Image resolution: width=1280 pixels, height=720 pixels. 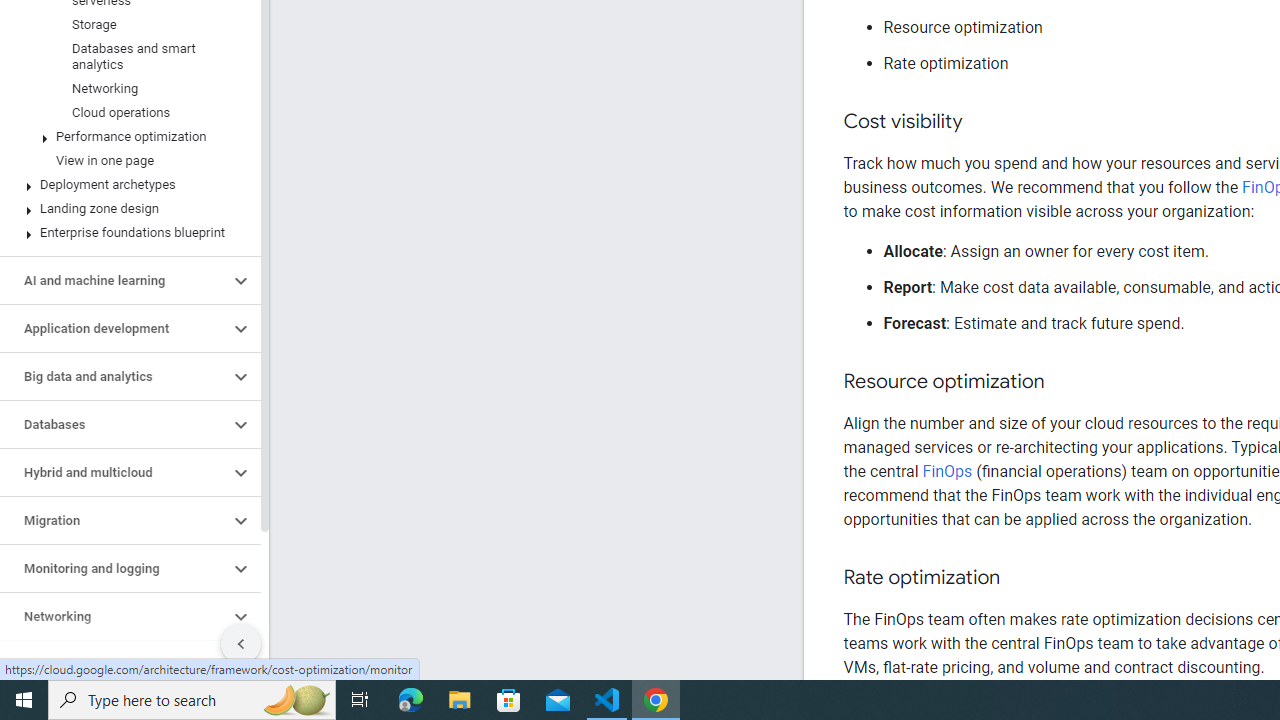 I want to click on 'Storage', so click(x=125, y=24).